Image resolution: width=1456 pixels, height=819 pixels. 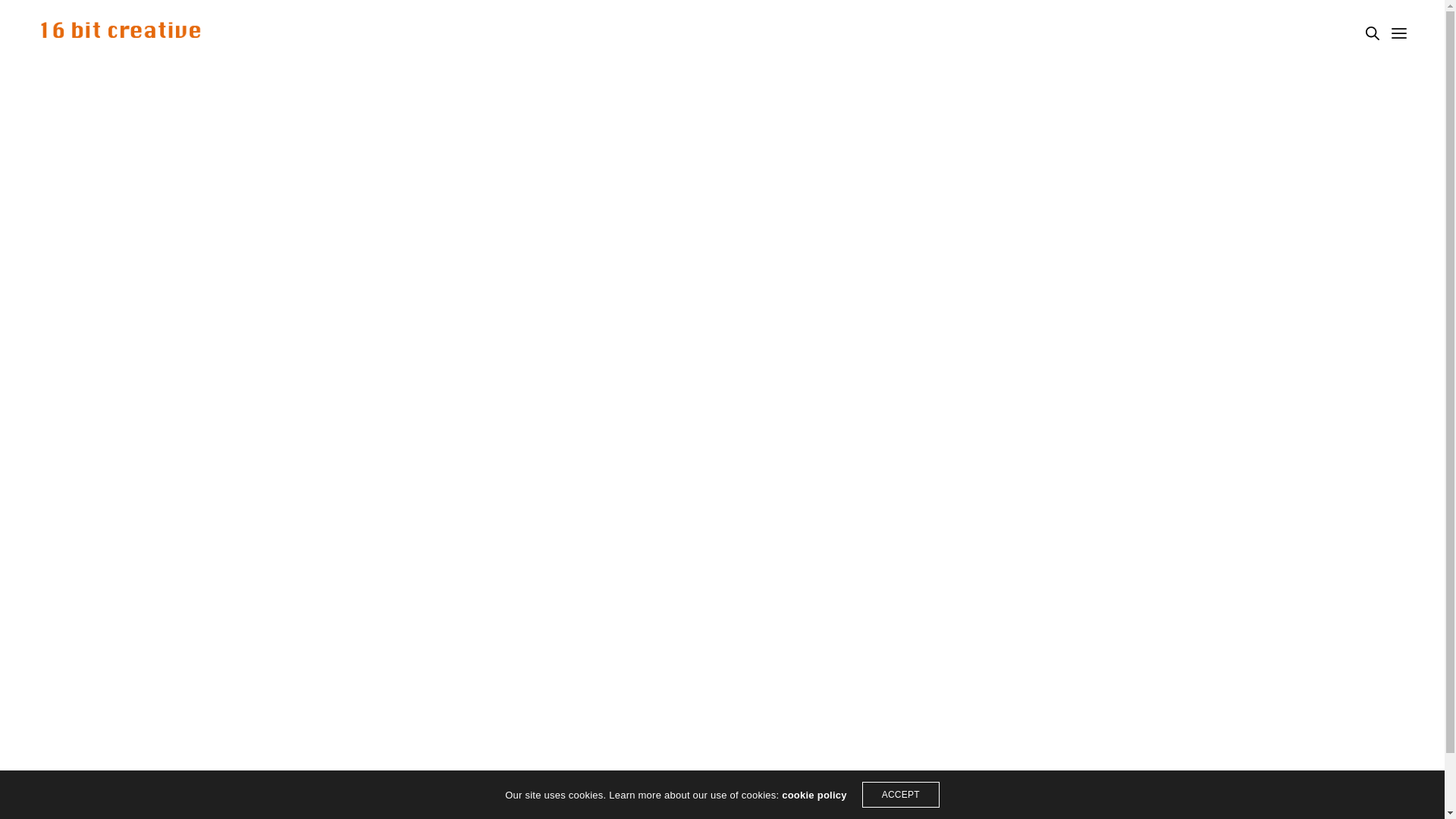 What do you see at coordinates (47, 17) in the screenshot?
I see `'Search'` at bounding box center [47, 17].